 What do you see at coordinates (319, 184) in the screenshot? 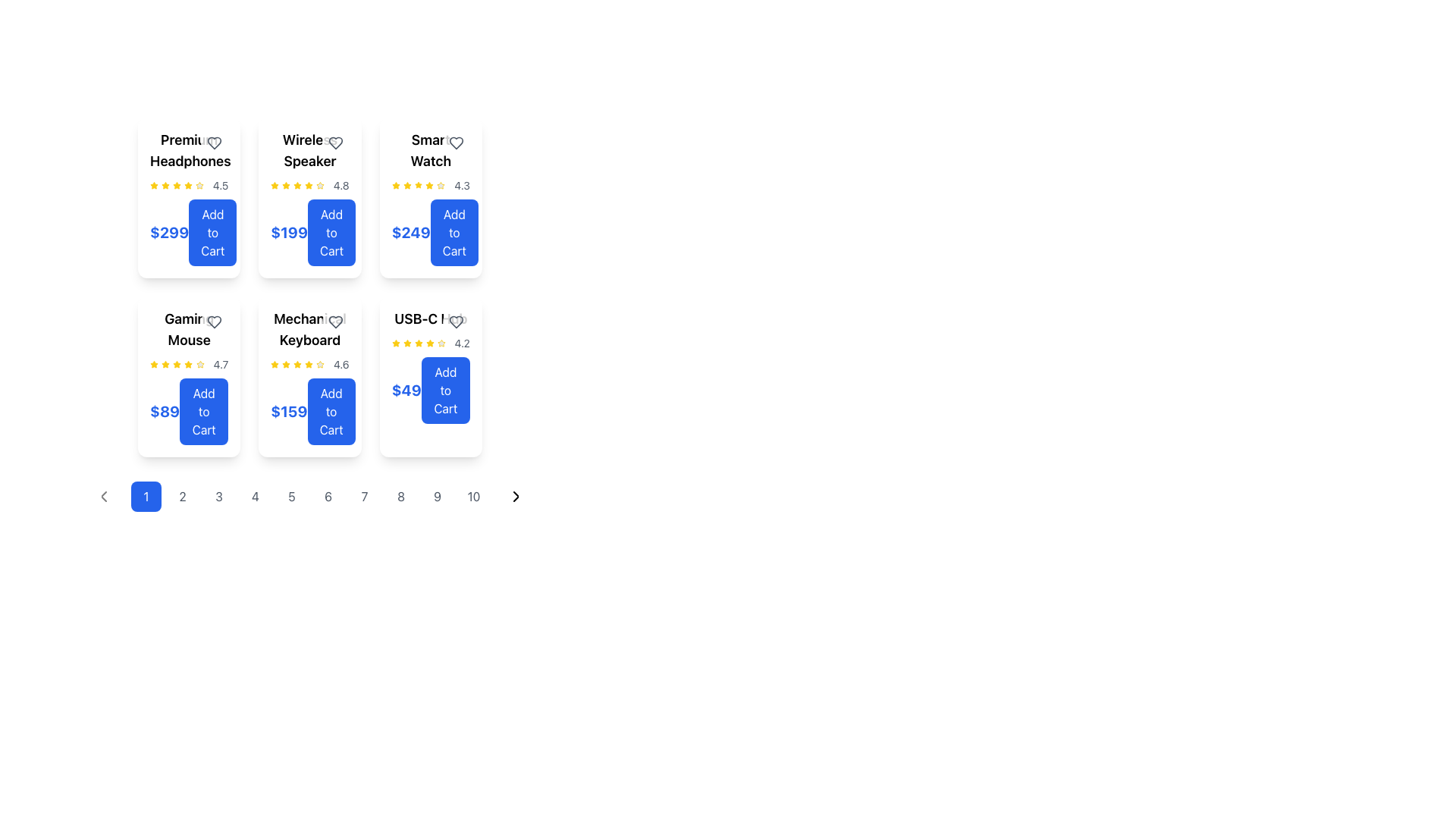
I see `the yellow star icon in the rating system located under the 'Wireless Speaker' title in the second column of the top row` at bounding box center [319, 184].